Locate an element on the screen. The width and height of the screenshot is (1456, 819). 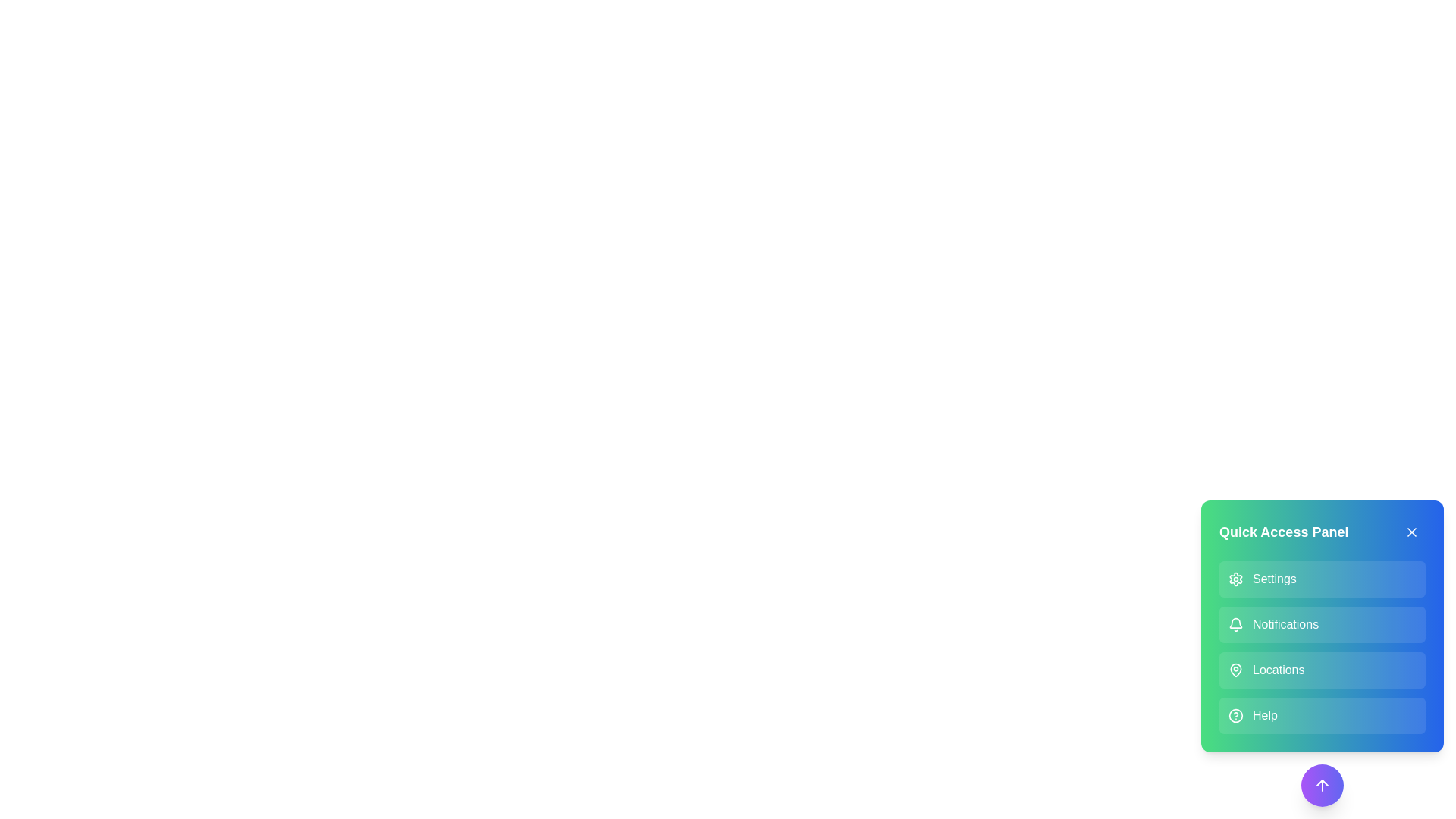
the Notifications icon located in the Quick Access Panel, positioned to the left of the Notifications text is located at coordinates (1236, 625).